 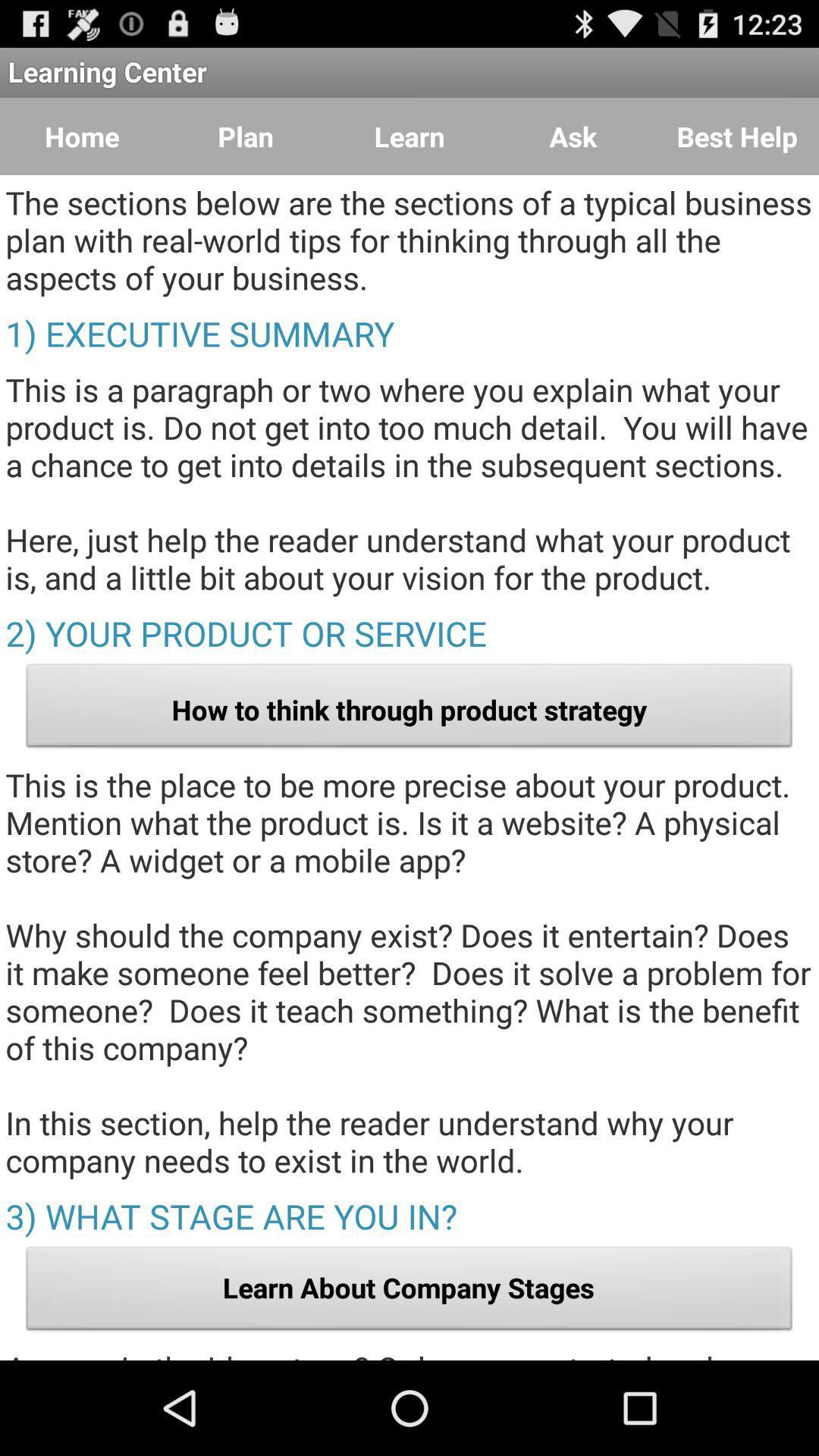 I want to click on the icon next to ask item, so click(x=736, y=136).